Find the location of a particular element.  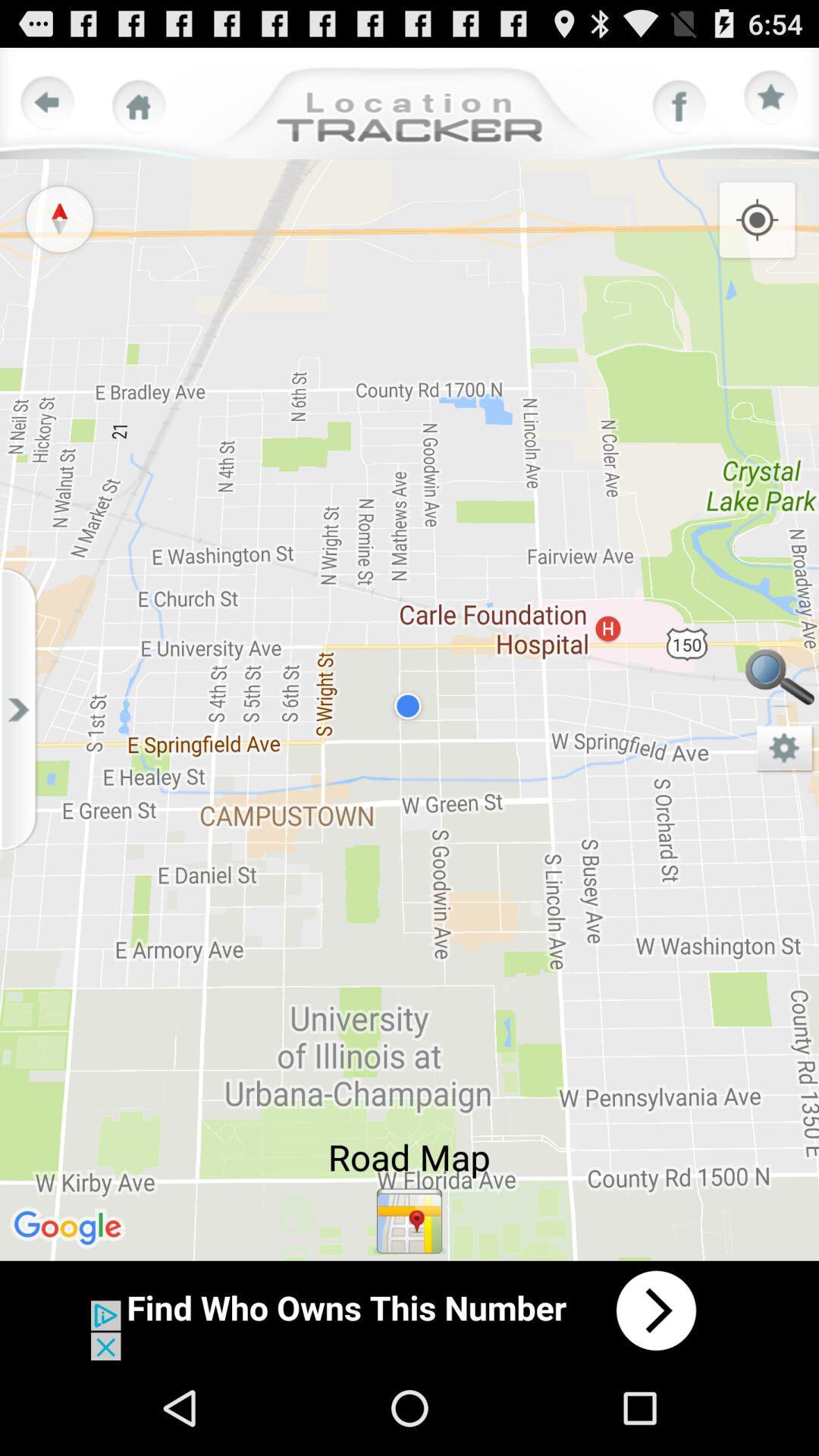

home page is located at coordinates (139, 106).